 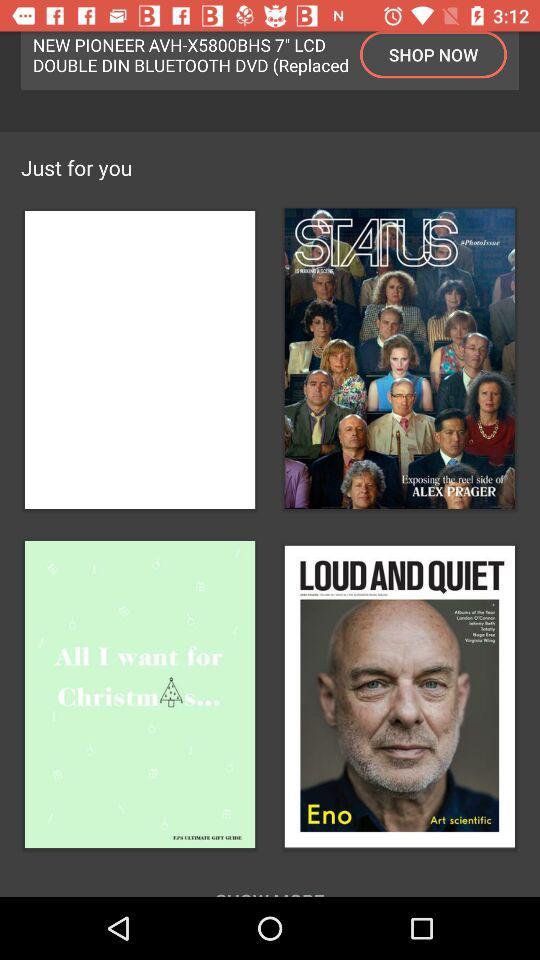 I want to click on the icon to the left of shop now item, so click(x=191, y=53).